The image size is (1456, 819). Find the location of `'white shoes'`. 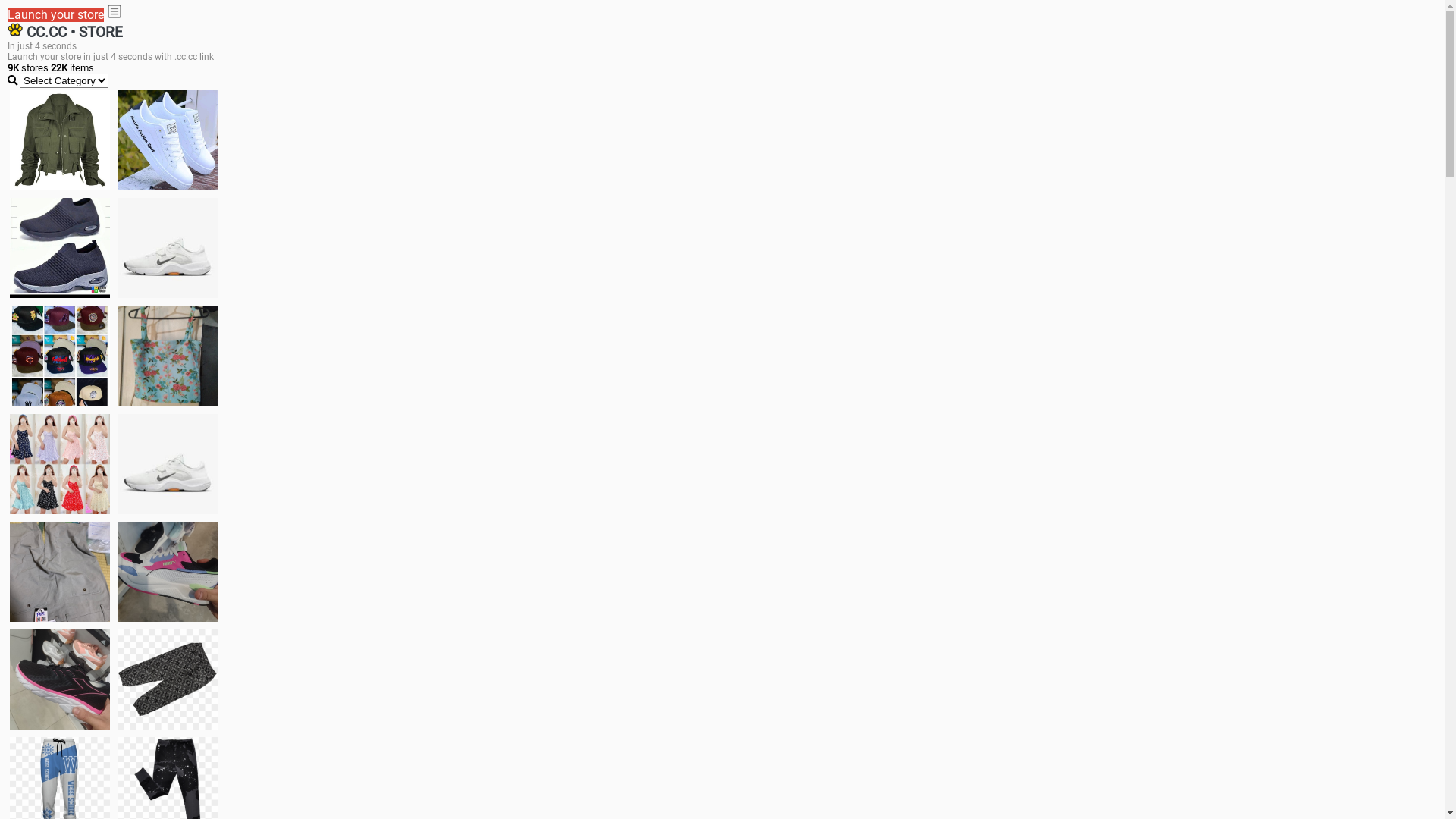

'white shoes' is located at coordinates (116, 140).